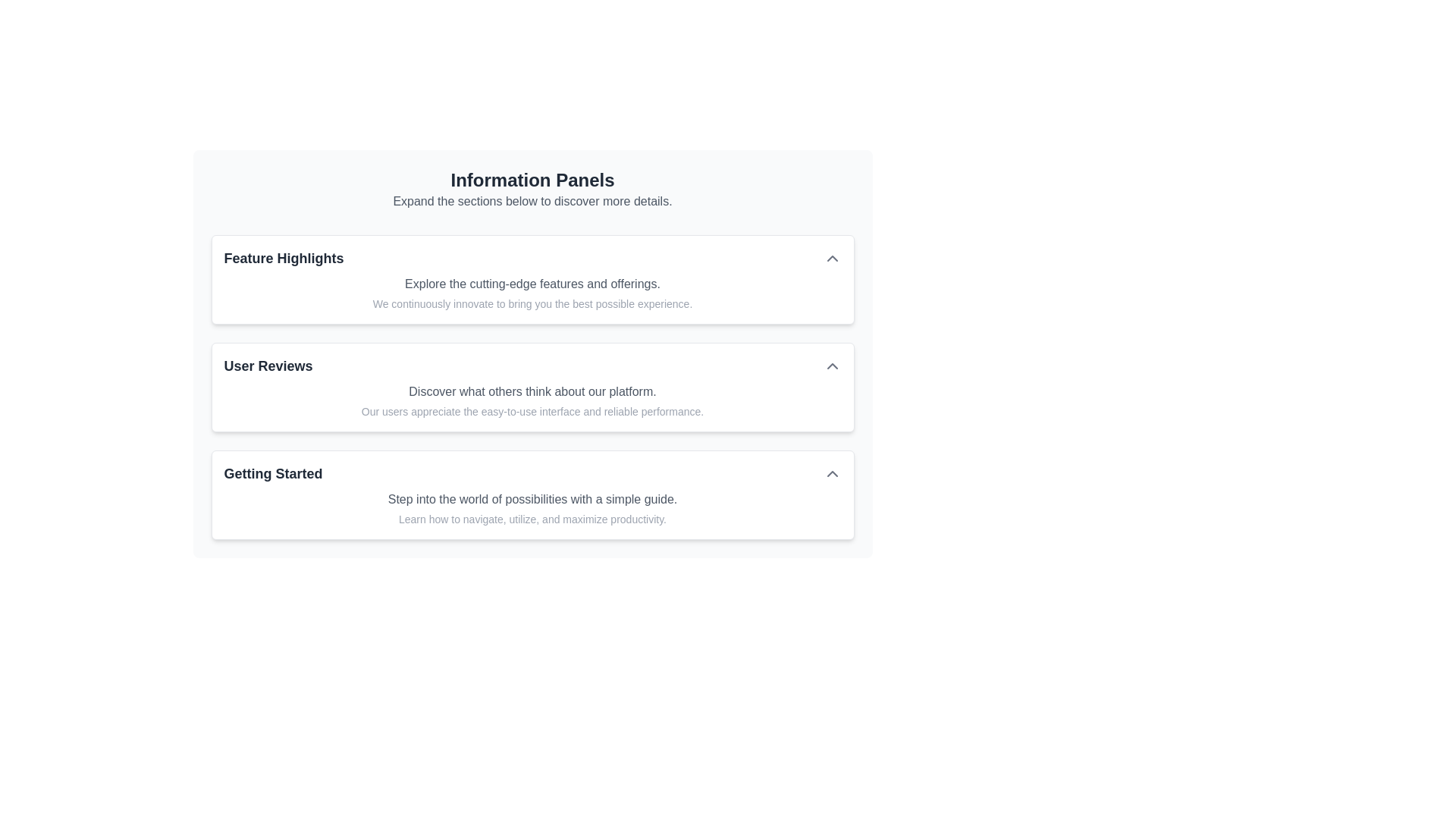 This screenshot has height=819, width=1456. I want to click on the chevron arrow located on the right side of the 'Getting Started' section header, so click(831, 472).